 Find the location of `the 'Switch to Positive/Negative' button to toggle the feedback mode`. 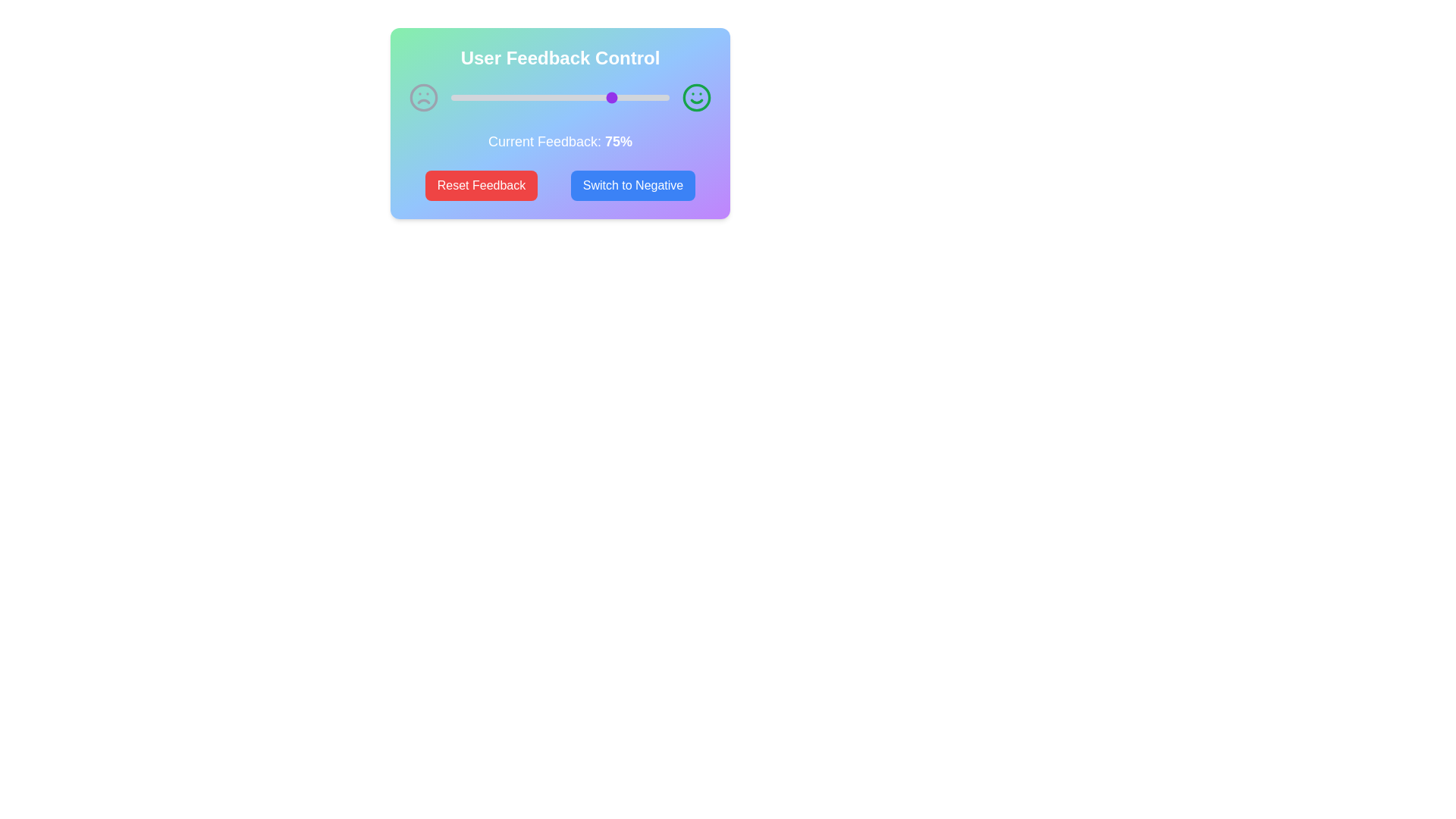

the 'Switch to Positive/Negative' button to toggle the feedback mode is located at coordinates (633, 185).